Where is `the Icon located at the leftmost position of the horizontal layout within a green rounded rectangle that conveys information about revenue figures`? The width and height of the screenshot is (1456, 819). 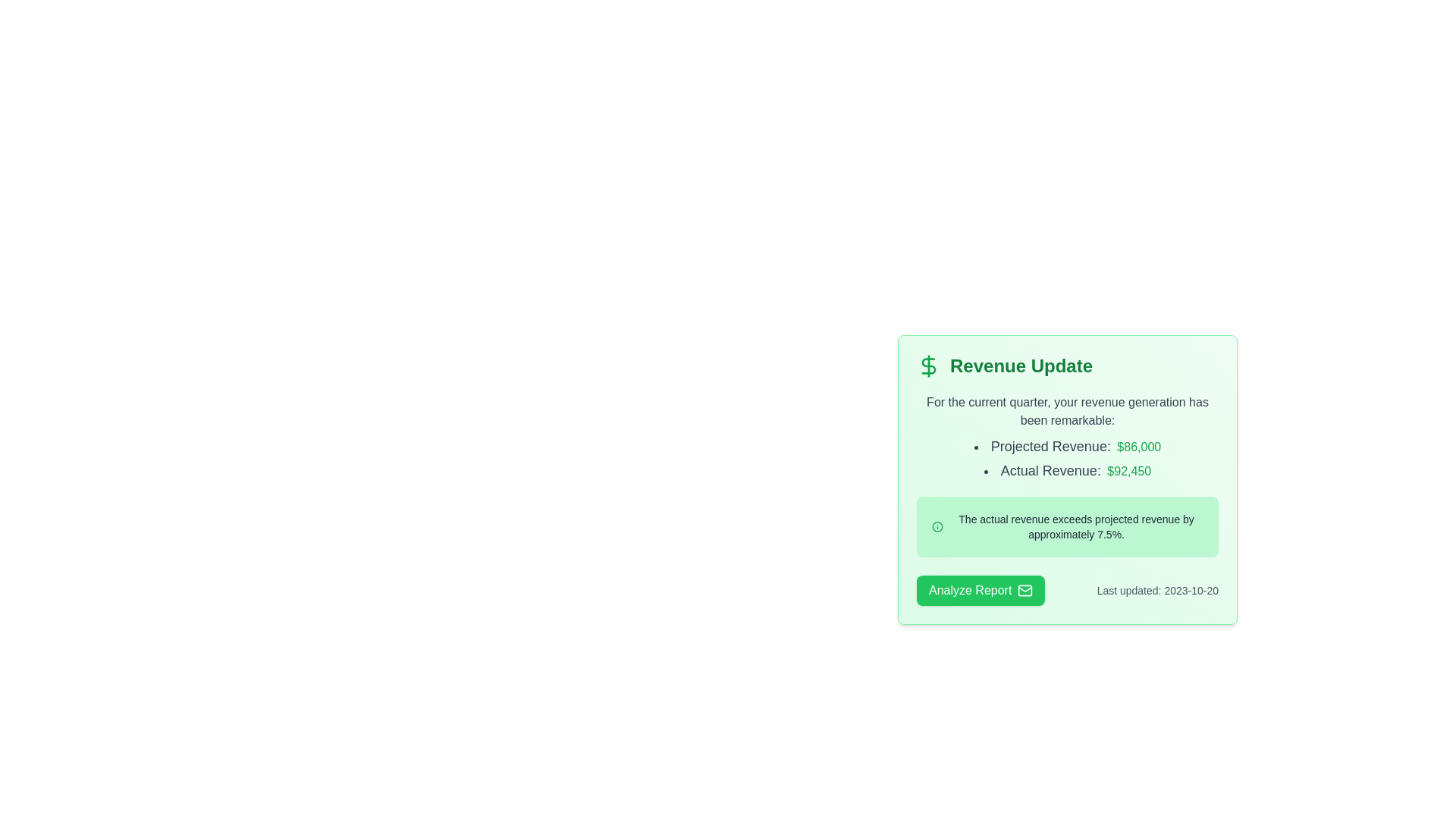 the Icon located at the leftmost position of the horizontal layout within a green rounded rectangle that conveys information about revenue figures is located at coordinates (937, 526).